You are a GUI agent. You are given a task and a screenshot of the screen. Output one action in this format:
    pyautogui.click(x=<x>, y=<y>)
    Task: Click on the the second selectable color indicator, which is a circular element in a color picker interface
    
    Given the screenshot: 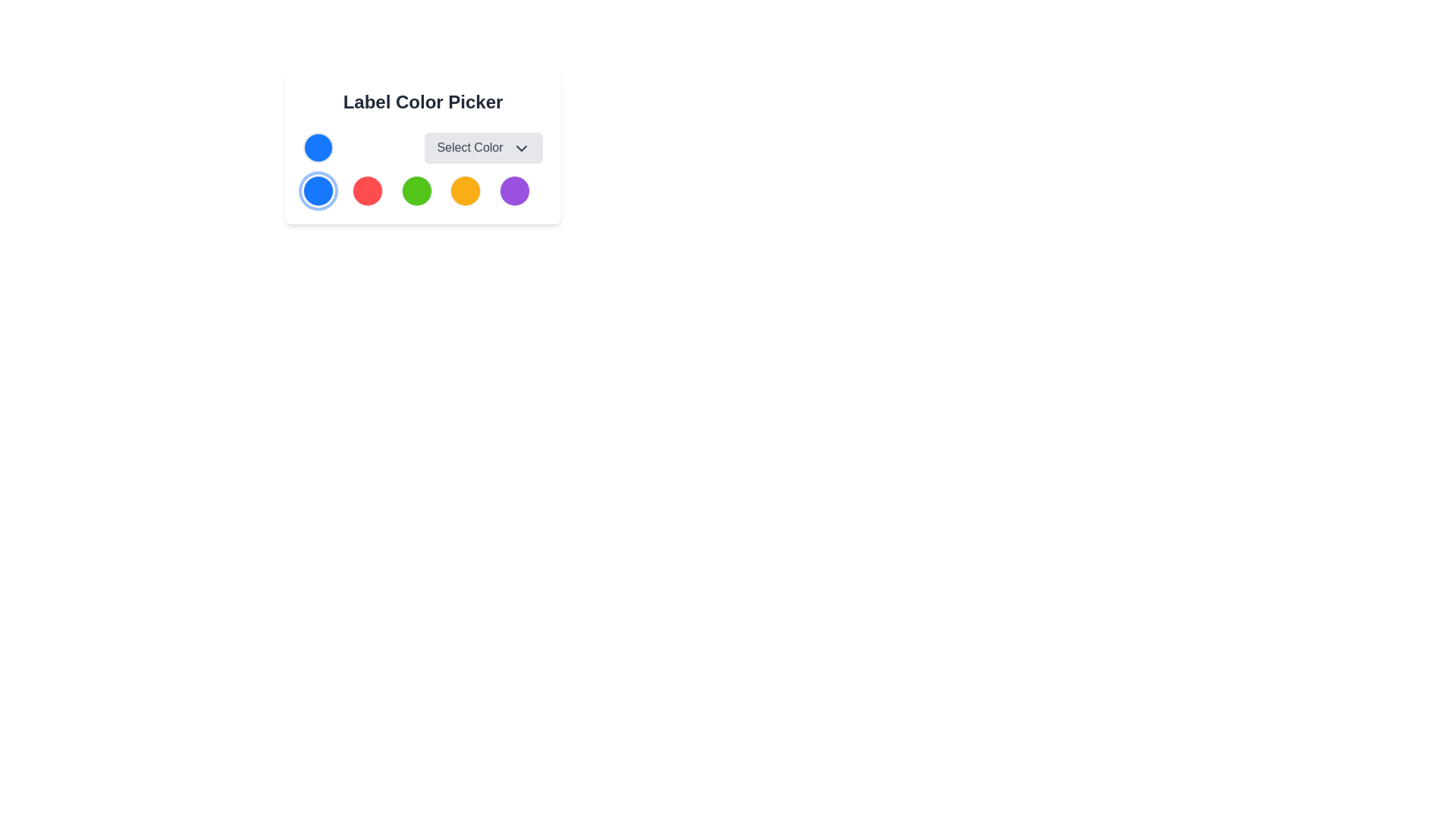 What is the action you would take?
    pyautogui.click(x=367, y=190)
    